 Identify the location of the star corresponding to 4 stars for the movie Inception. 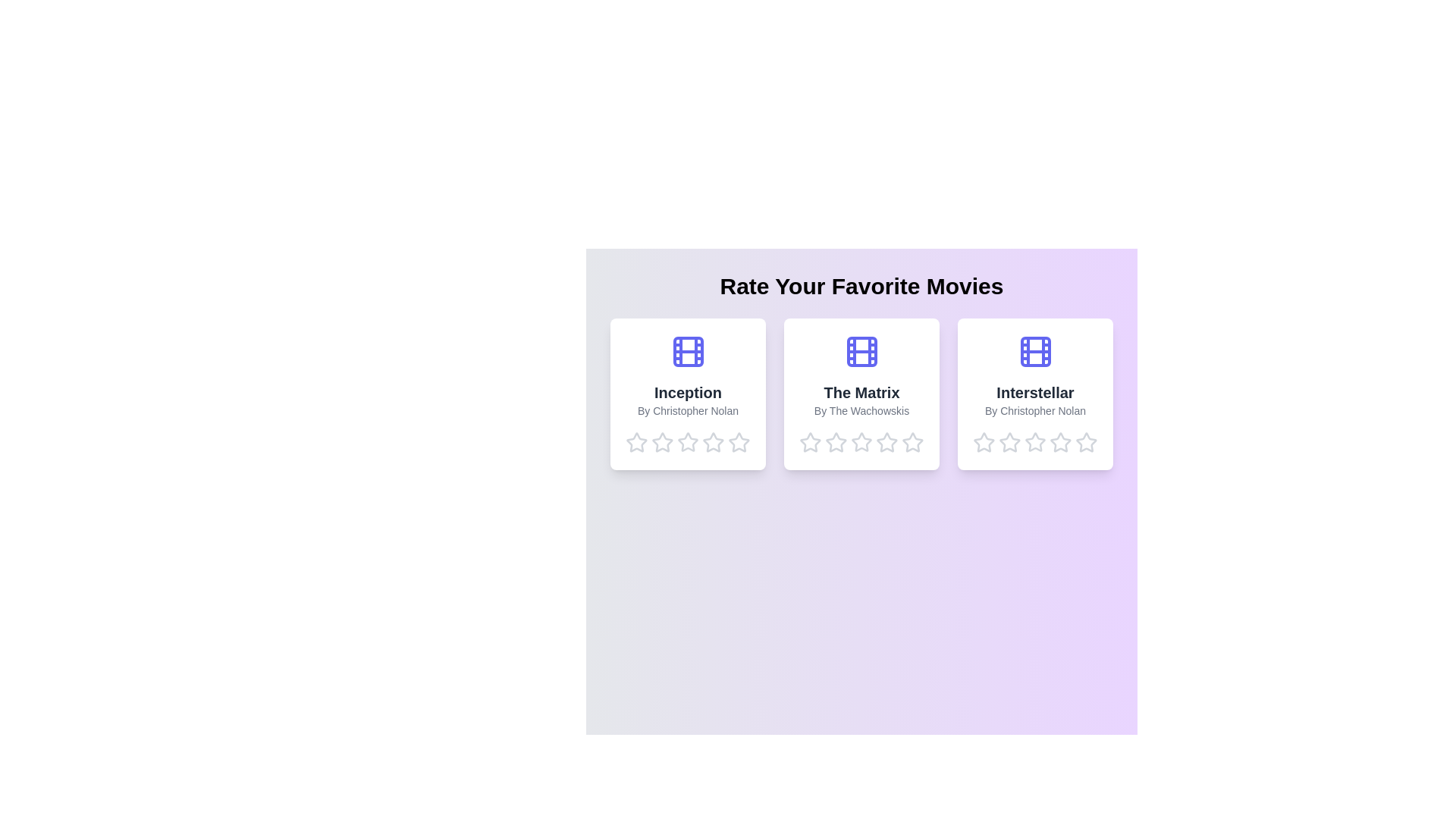
(713, 442).